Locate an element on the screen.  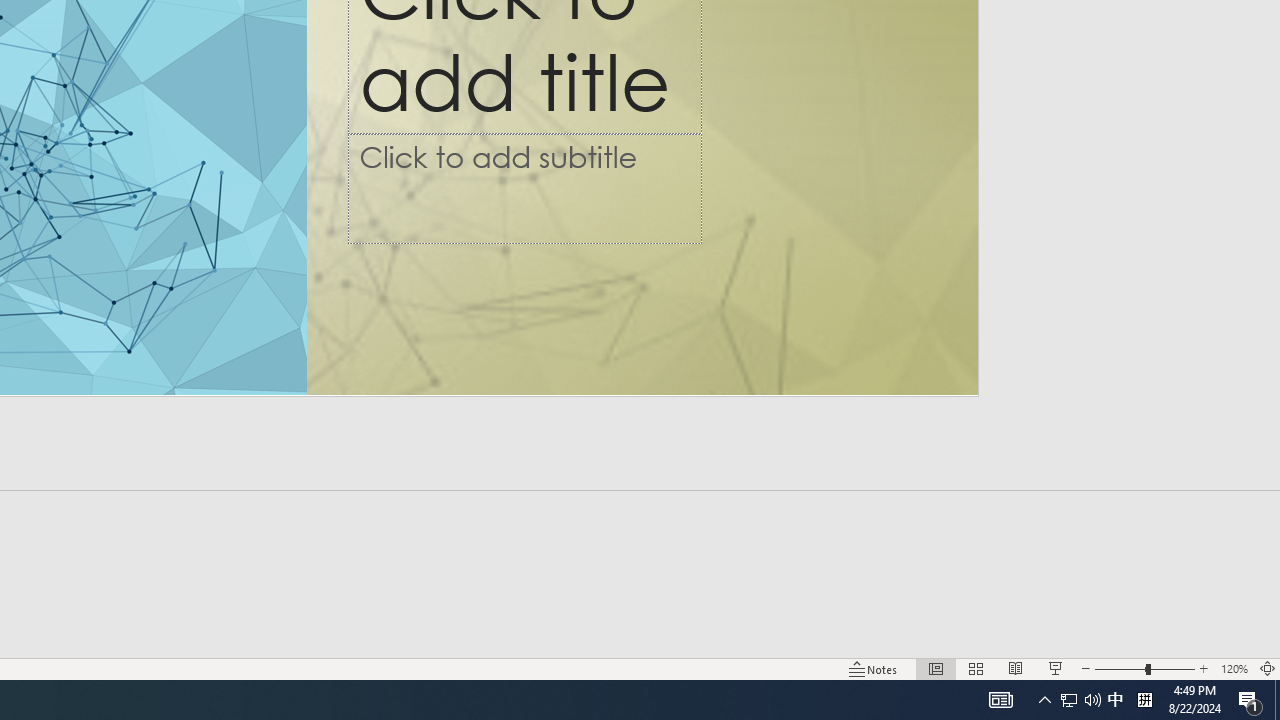
'Zoom 120%' is located at coordinates (1233, 669).